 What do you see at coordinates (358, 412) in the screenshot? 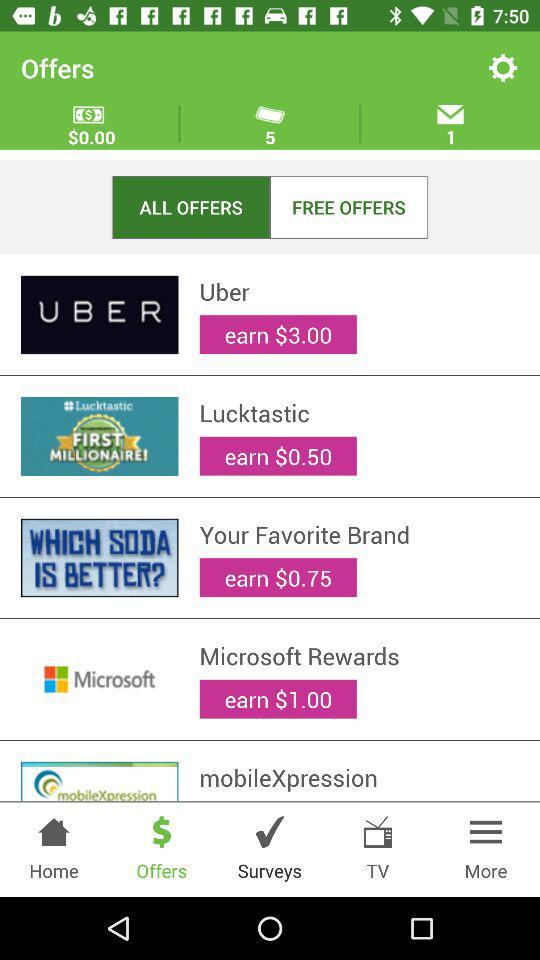
I see `lucktastic icon` at bounding box center [358, 412].